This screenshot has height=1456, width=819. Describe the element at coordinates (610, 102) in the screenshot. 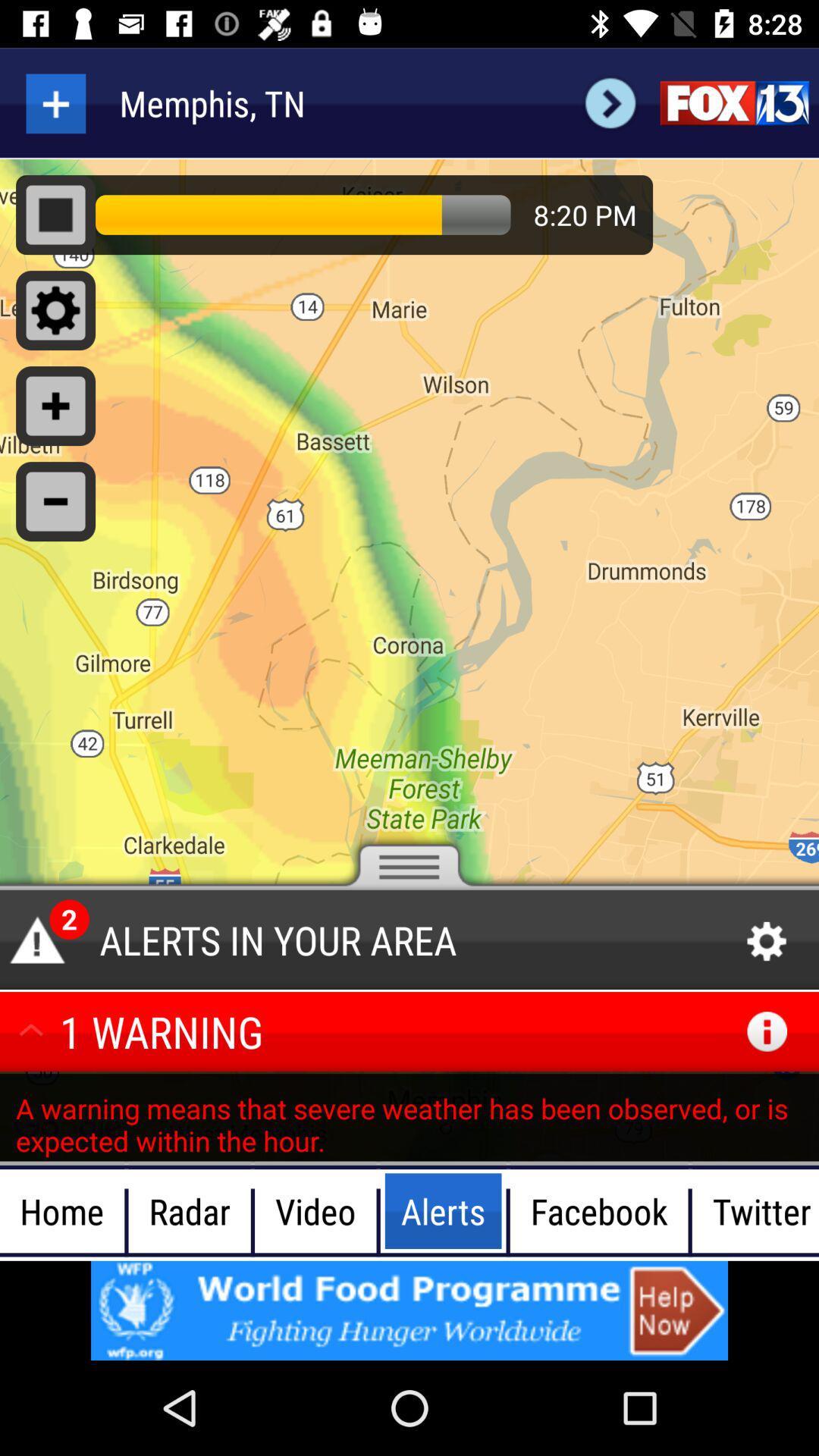

I see `the arrow_forward icon` at that location.